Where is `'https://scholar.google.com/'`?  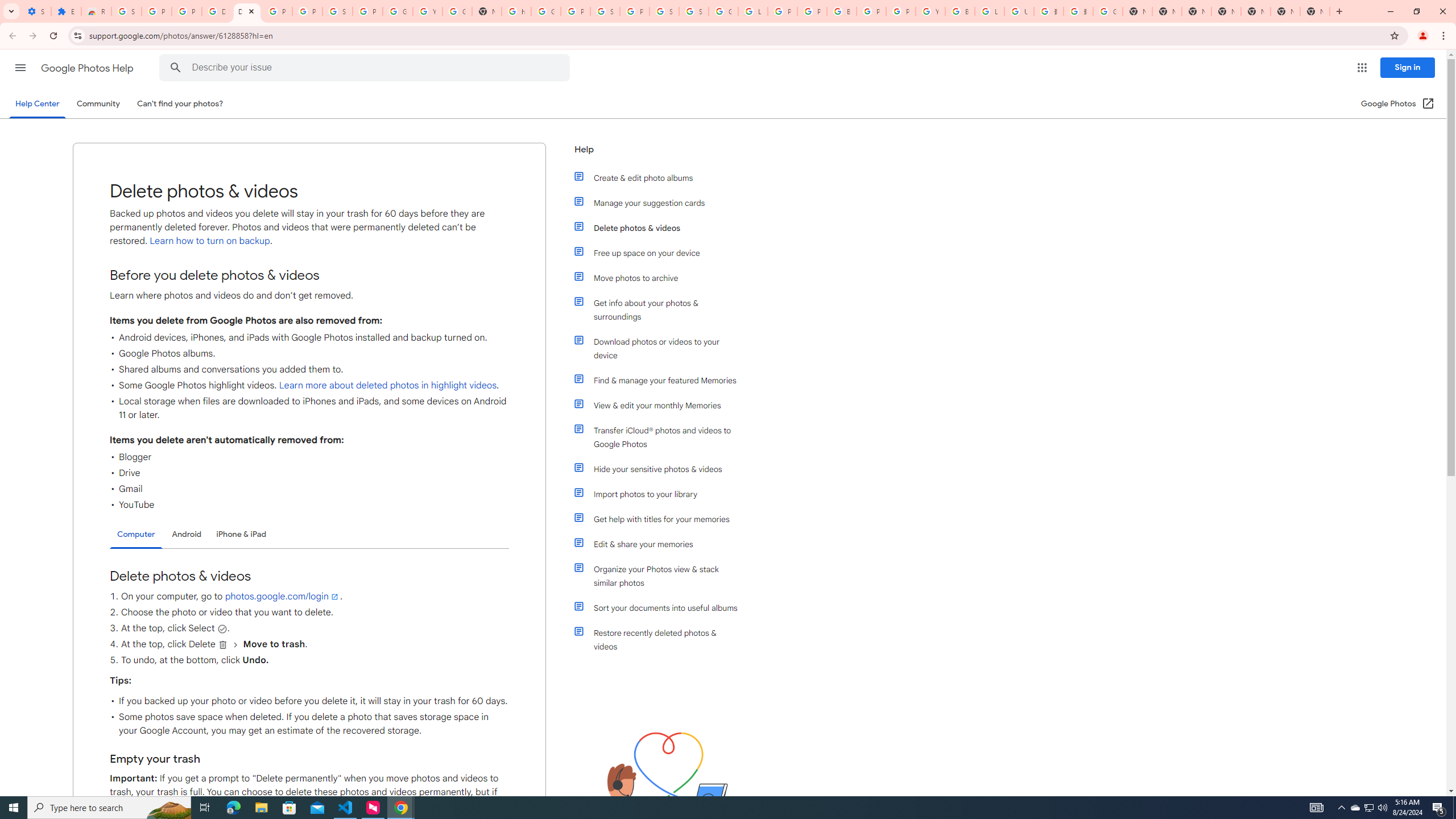 'https://scholar.google.com/' is located at coordinates (515, 11).